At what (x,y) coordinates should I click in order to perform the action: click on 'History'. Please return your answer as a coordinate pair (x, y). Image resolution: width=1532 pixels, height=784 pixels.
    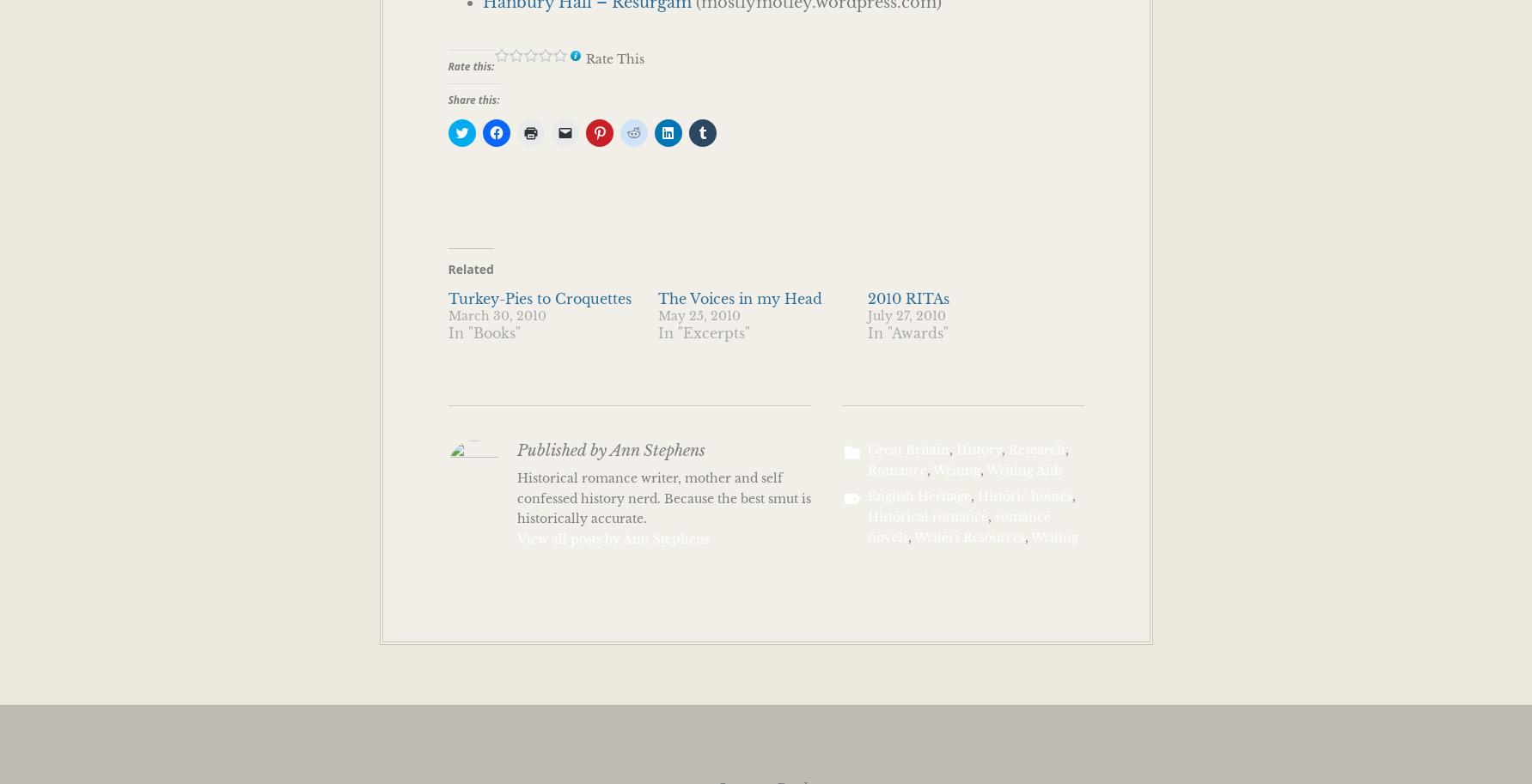
    Looking at the image, I should click on (977, 448).